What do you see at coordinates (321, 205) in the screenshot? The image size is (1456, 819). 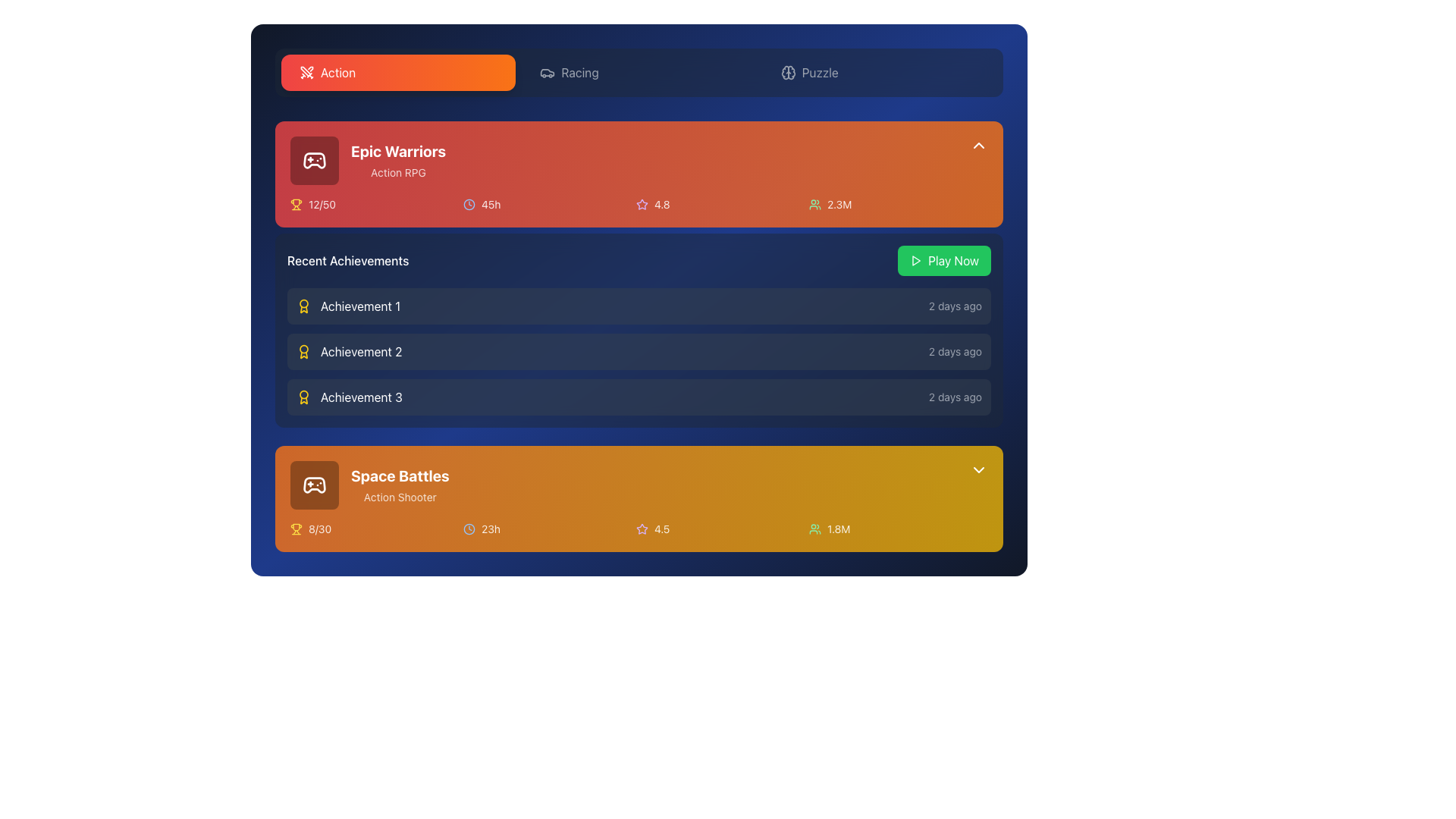 I see `the displayed text '12/50' in the small white font with reduced opacity, located to the right of the trophy icon in the 'Epic Warriors' game card area` at bounding box center [321, 205].